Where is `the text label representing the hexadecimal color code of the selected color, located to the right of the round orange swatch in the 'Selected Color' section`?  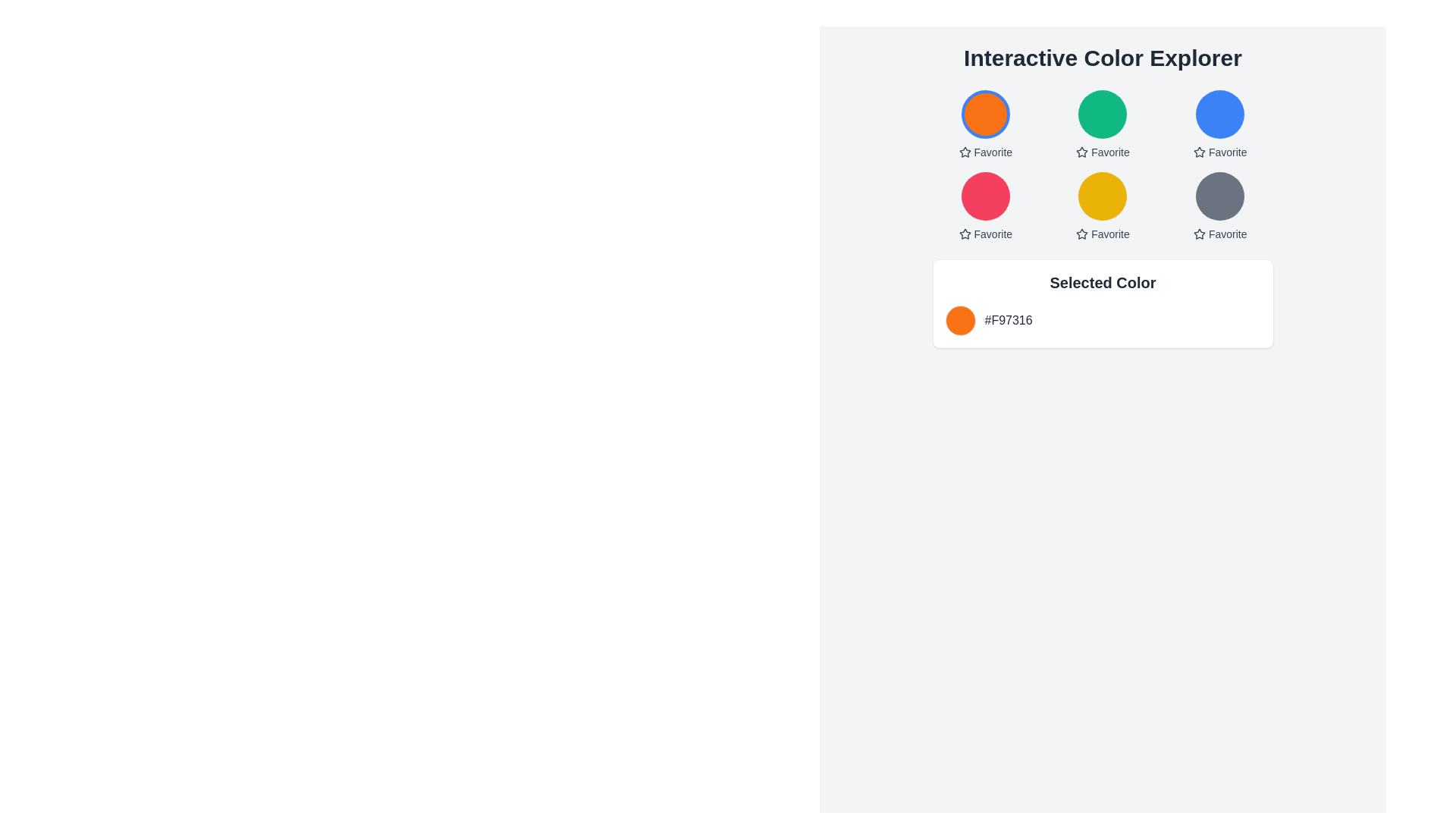
the text label representing the hexadecimal color code of the selected color, located to the right of the round orange swatch in the 'Selected Color' section is located at coordinates (1009, 320).